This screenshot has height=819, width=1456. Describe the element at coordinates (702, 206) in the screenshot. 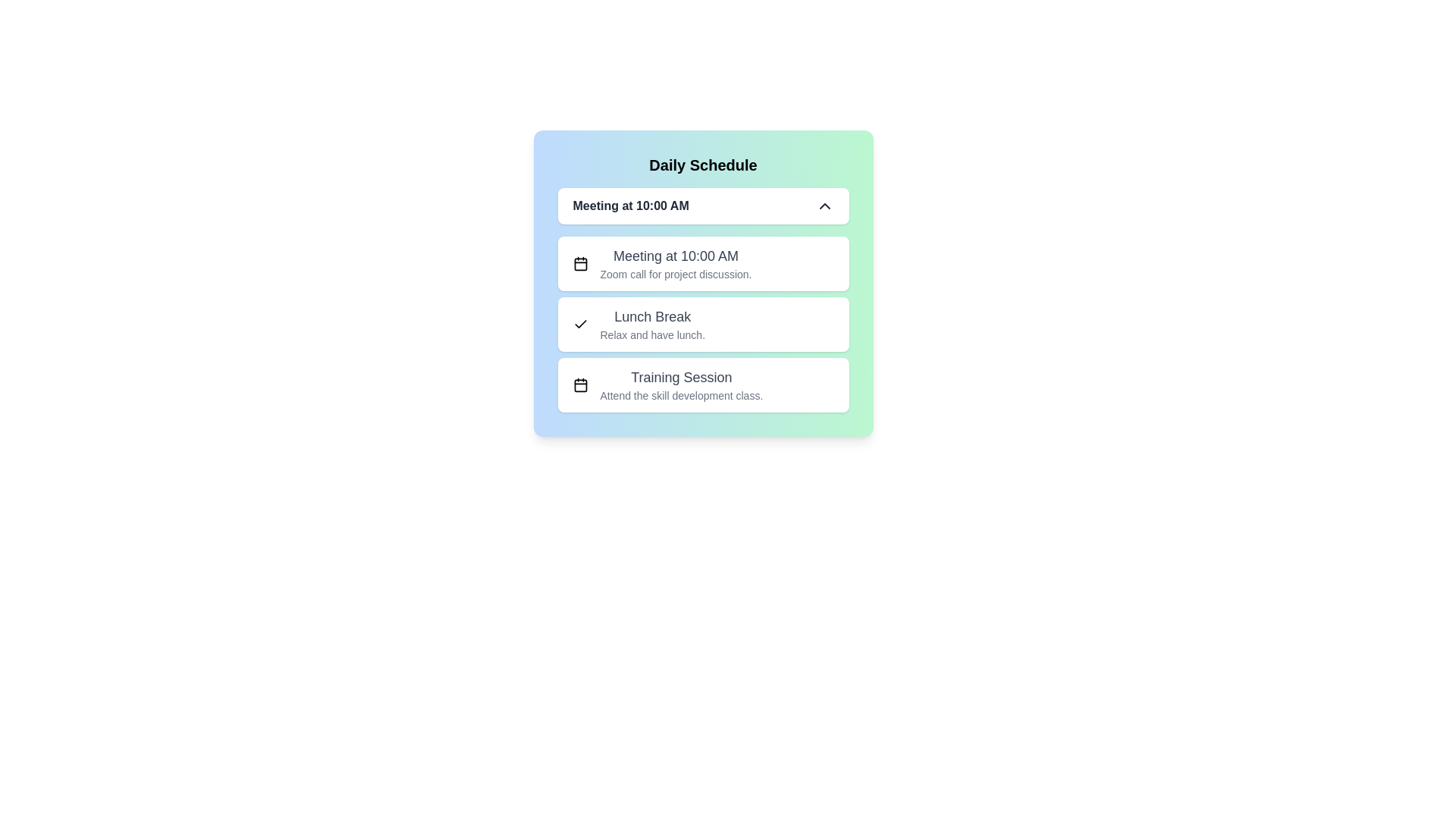

I see `the dropdown toggle button to show or hide the event list` at that location.